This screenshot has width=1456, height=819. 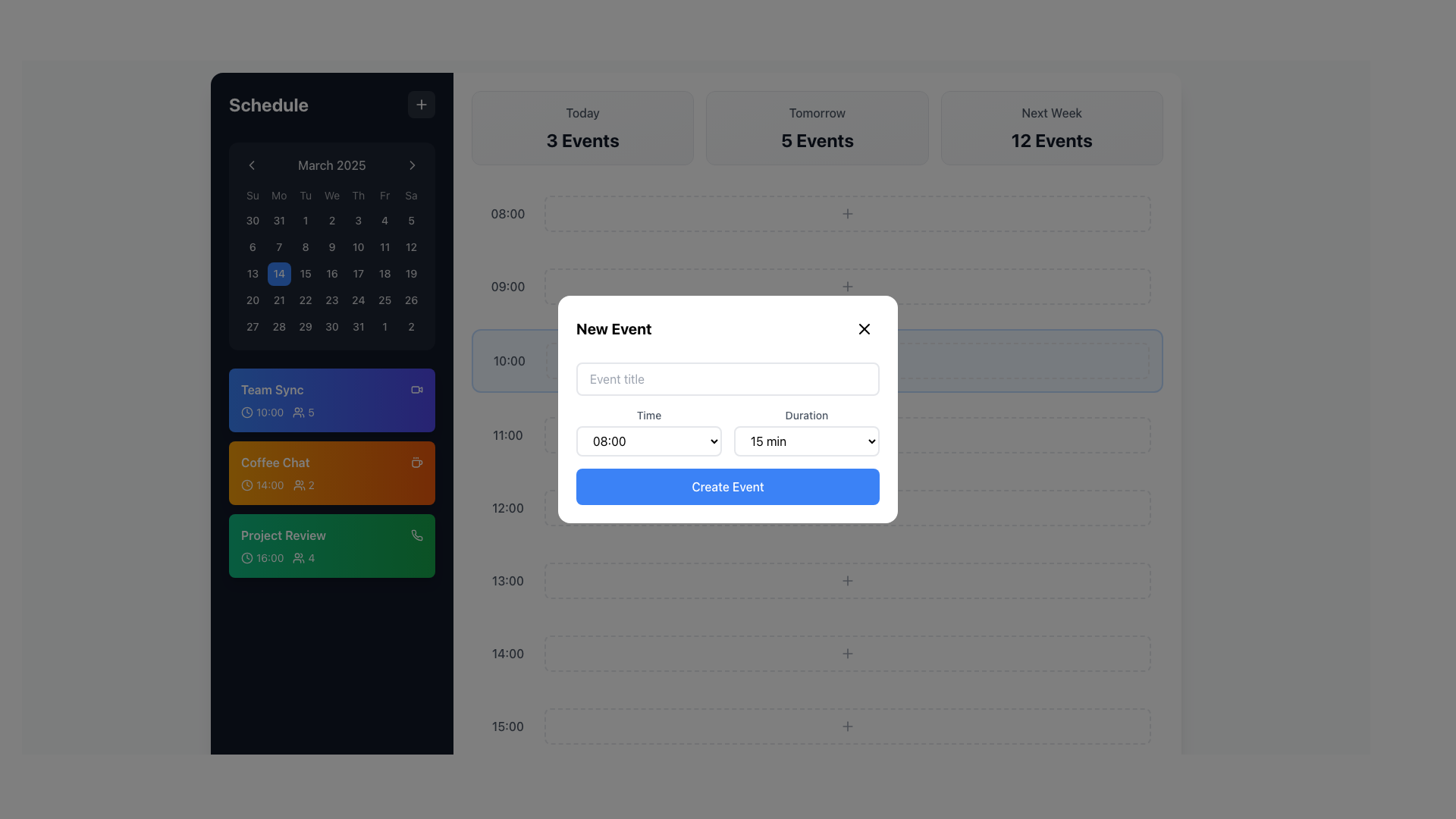 What do you see at coordinates (847, 508) in the screenshot?
I see `the interactive placeholder for adding new content at the time slot '12:00'` at bounding box center [847, 508].